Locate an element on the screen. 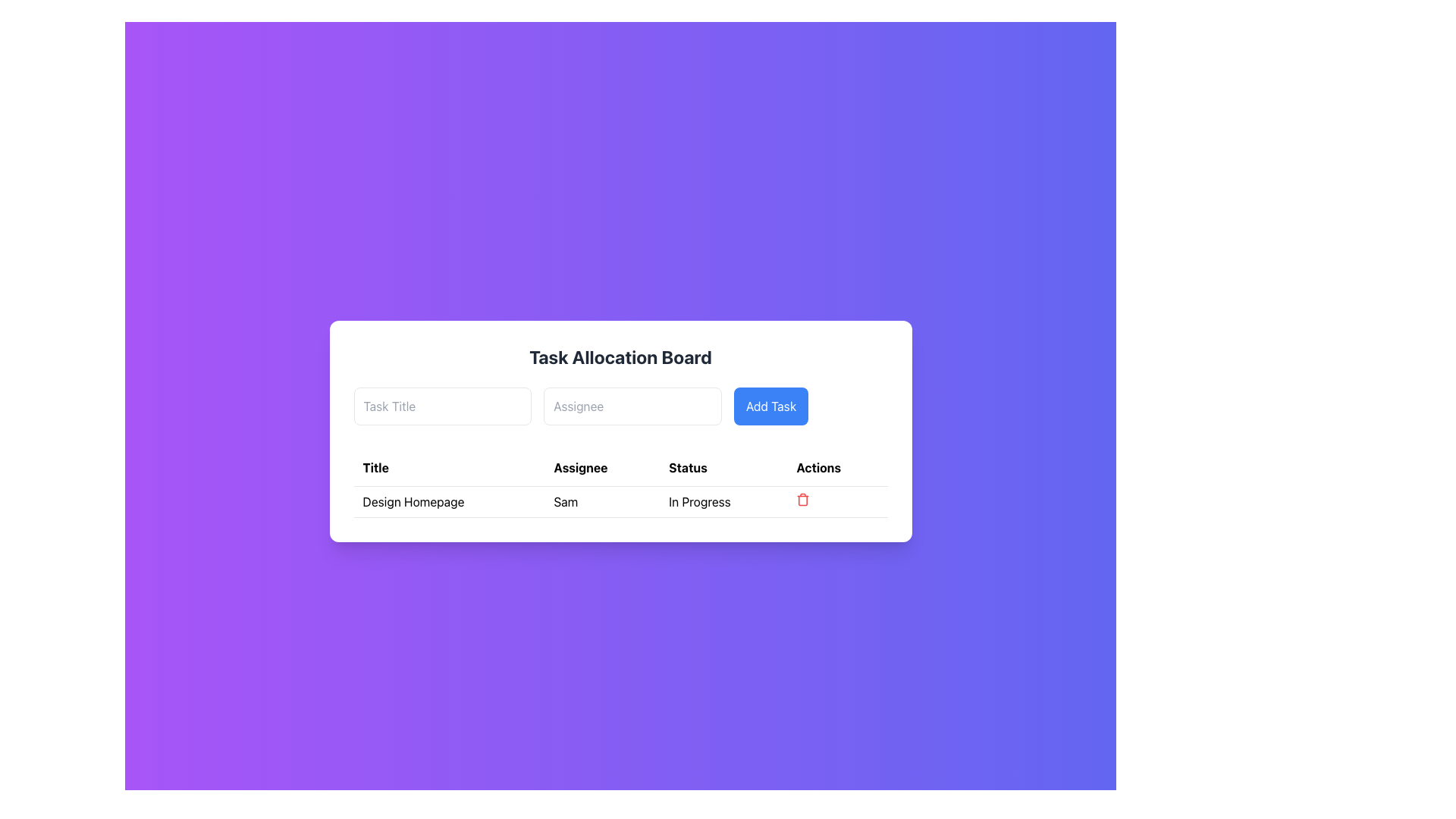  the task entry row containing the title 'Design Homepage', assigned is located at coordinates (620, 502).